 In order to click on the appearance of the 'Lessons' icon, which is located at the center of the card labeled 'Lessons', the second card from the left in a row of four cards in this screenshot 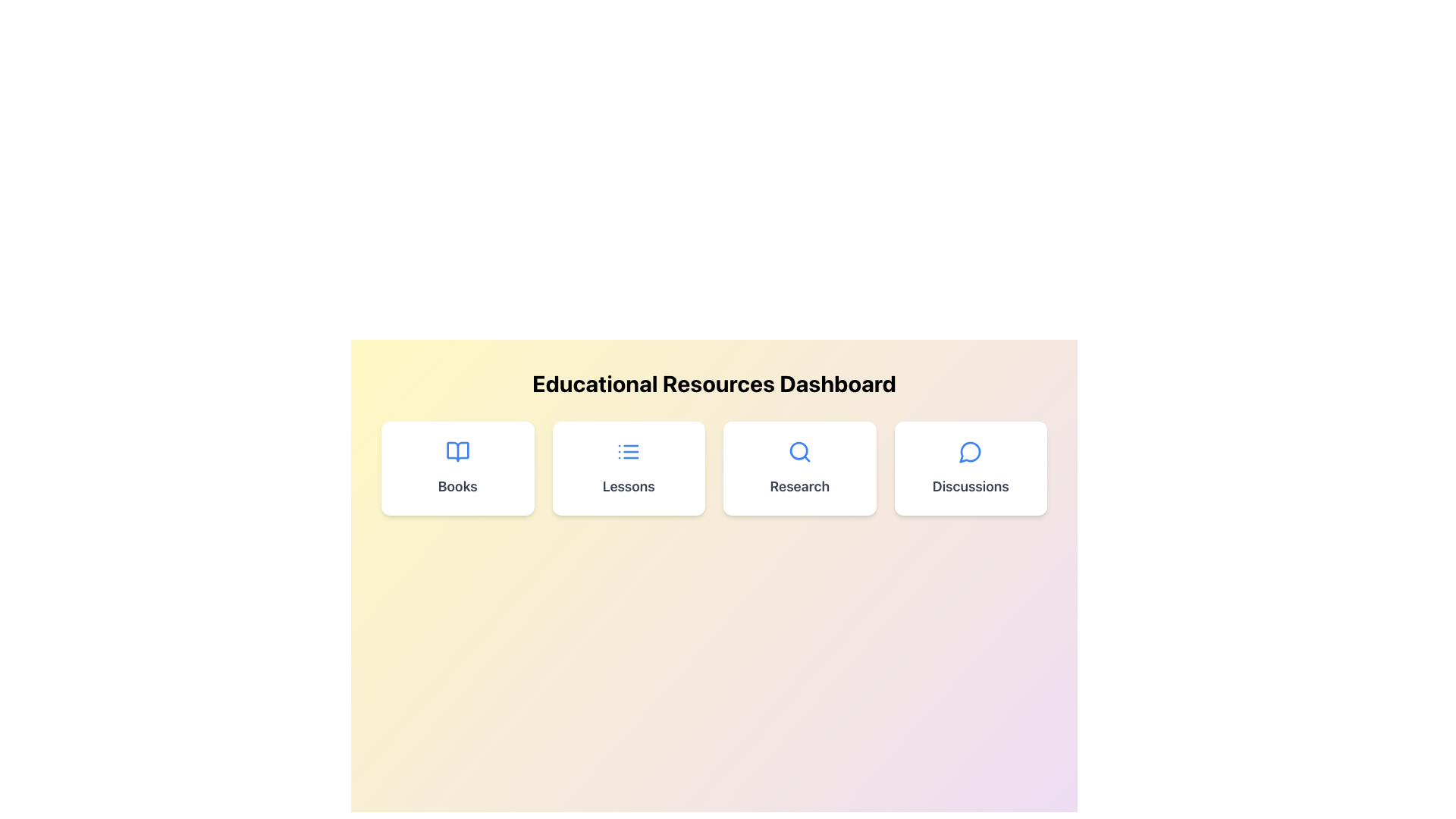, I will do `click(629, 451)`.